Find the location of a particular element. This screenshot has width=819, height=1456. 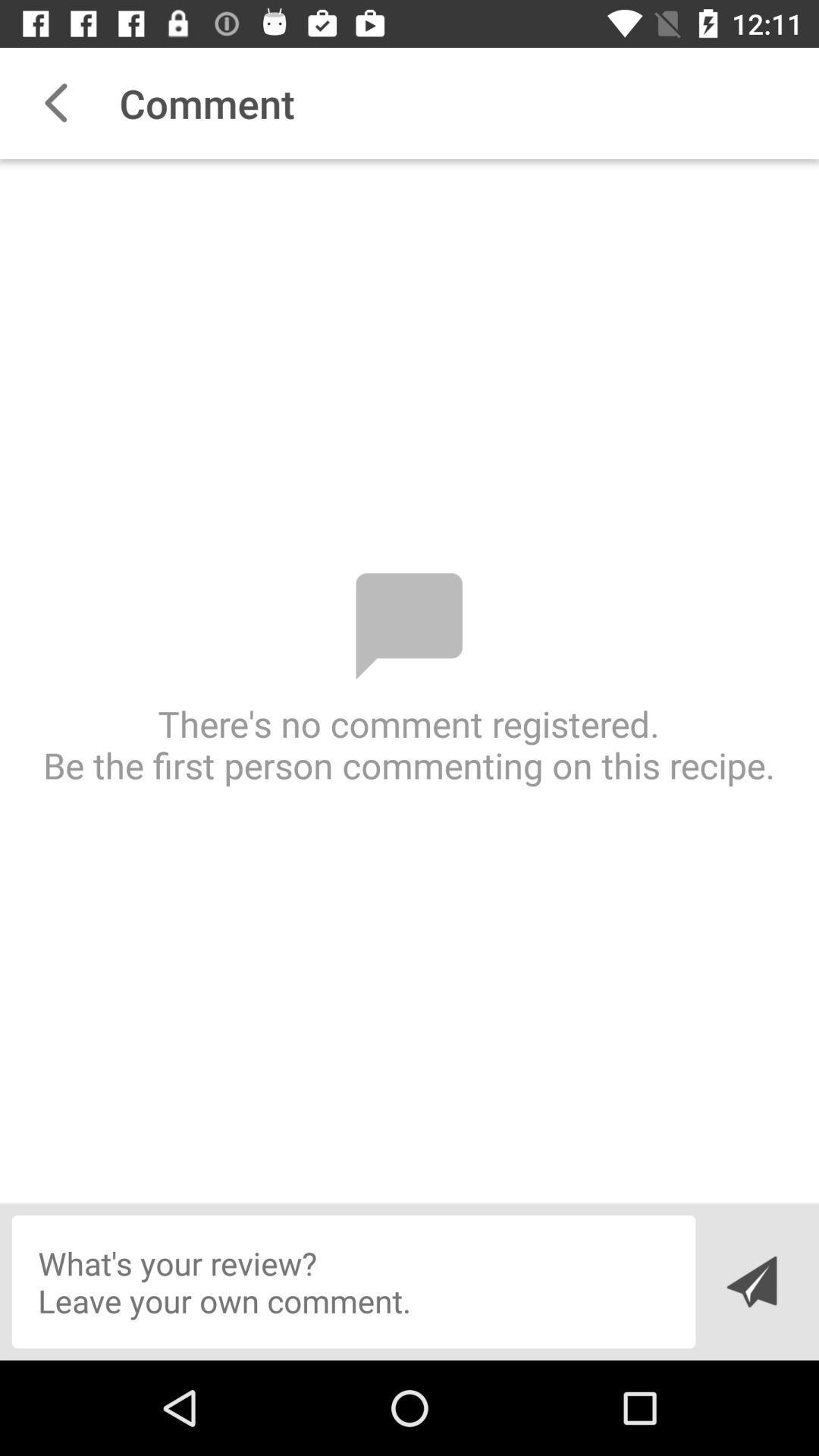

icon at the bottom right corner is located at coordinates (751, 1281).